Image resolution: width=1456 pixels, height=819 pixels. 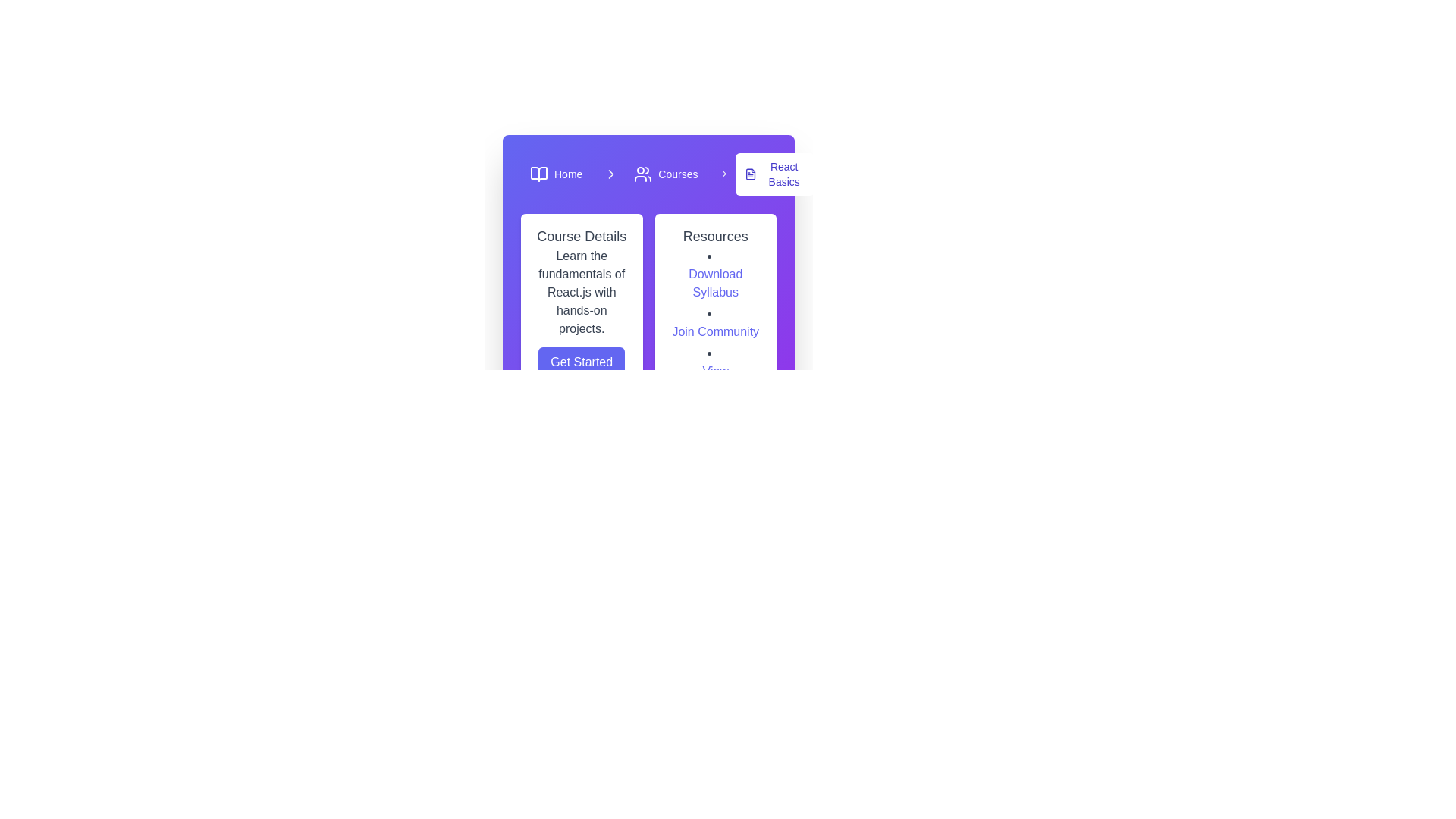 What do you see at coordinates (666, 174) in the screenshot?
I see `the 'Courses' button, which features an icon and a text label` at bounding box center [666, 174].